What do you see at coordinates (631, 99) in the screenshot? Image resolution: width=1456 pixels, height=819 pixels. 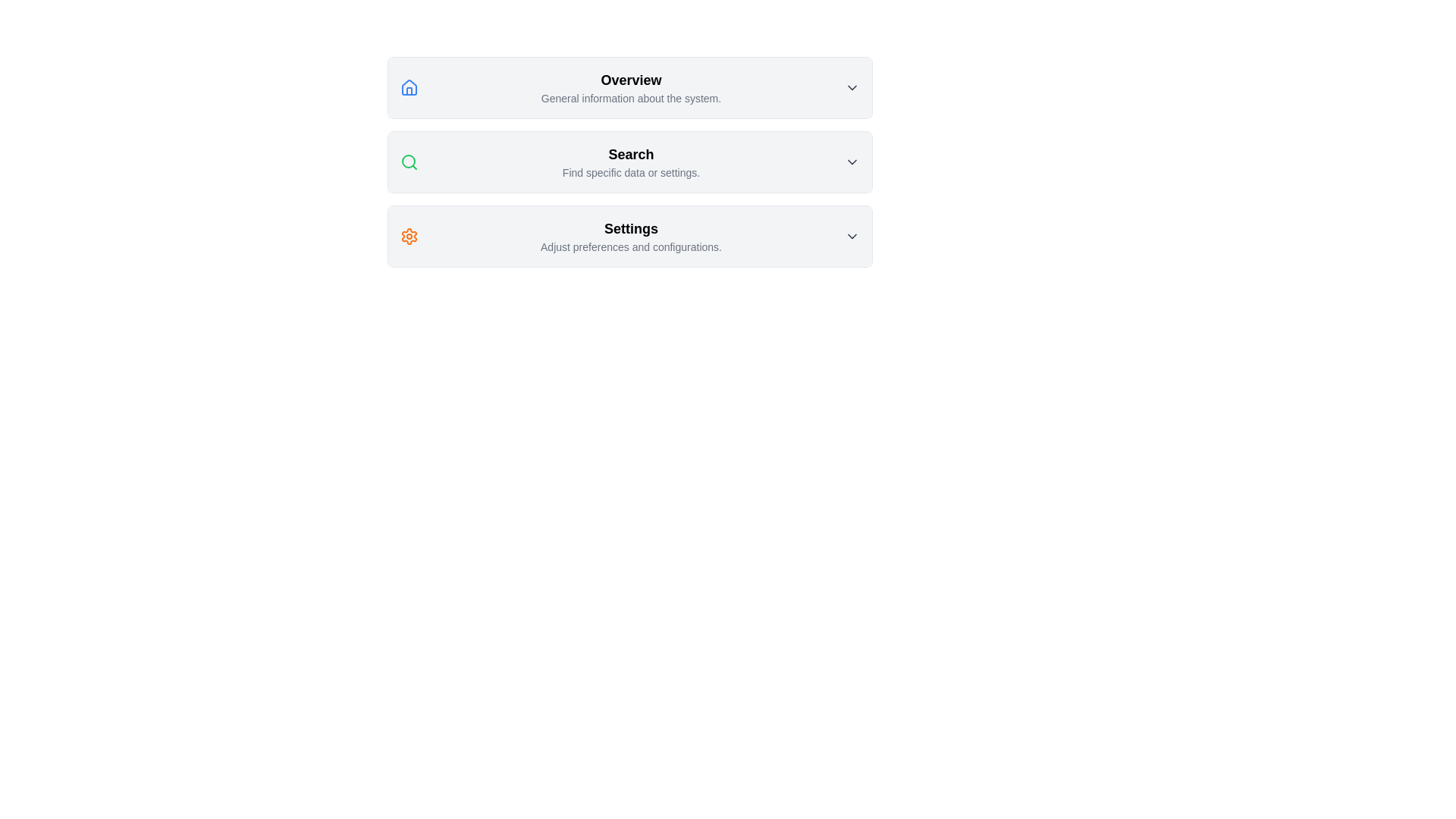 I see `the Text Display element located in the 'Overview' section, directly below the title 'Overview.'` at bounding box center [631, 99].